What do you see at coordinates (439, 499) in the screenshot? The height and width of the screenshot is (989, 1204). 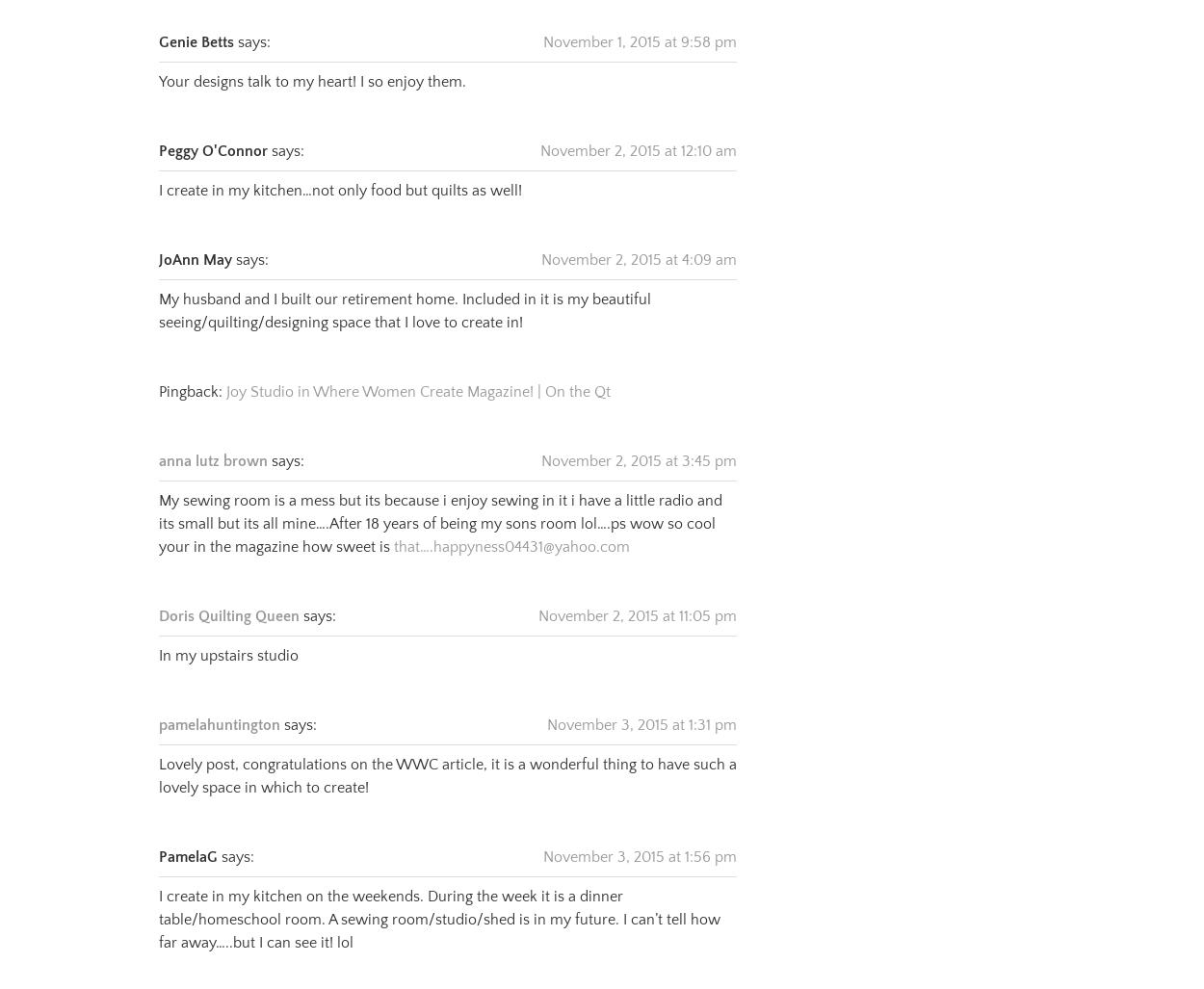 I see `'My sewing room is a mess but its because i enjoy sewing in it i have a little radio and its small but its all mine….After 18 years of being my sons room lol….ps wow so cool your in the magazine how sweet is'` at bounding box center [439, 499].